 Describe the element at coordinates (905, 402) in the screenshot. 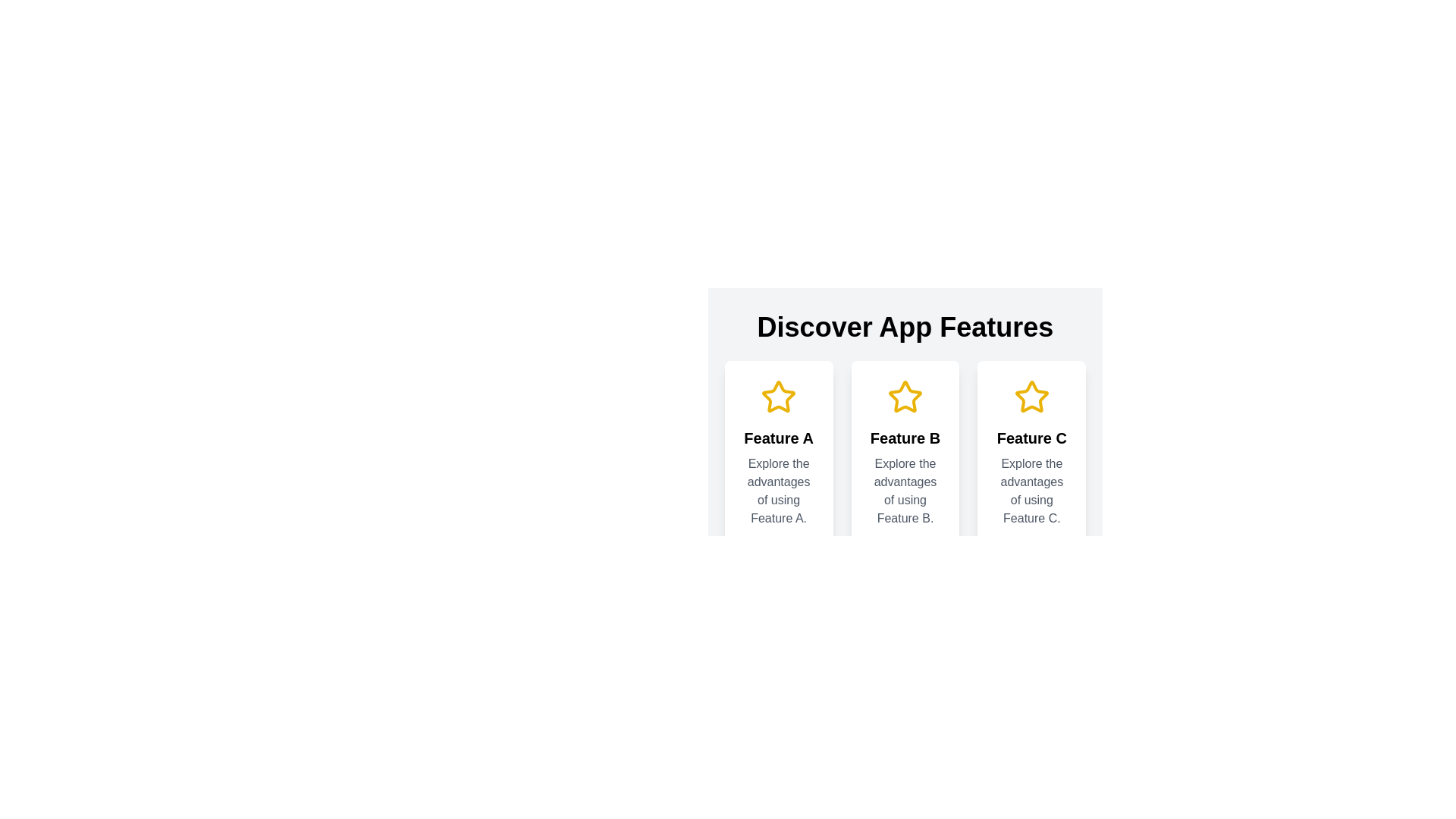

I see `feature description from the Information card that has a yellow star icon and displays 'Feature B' text in a bold font, located in the center of the three aligned cards` at that location.